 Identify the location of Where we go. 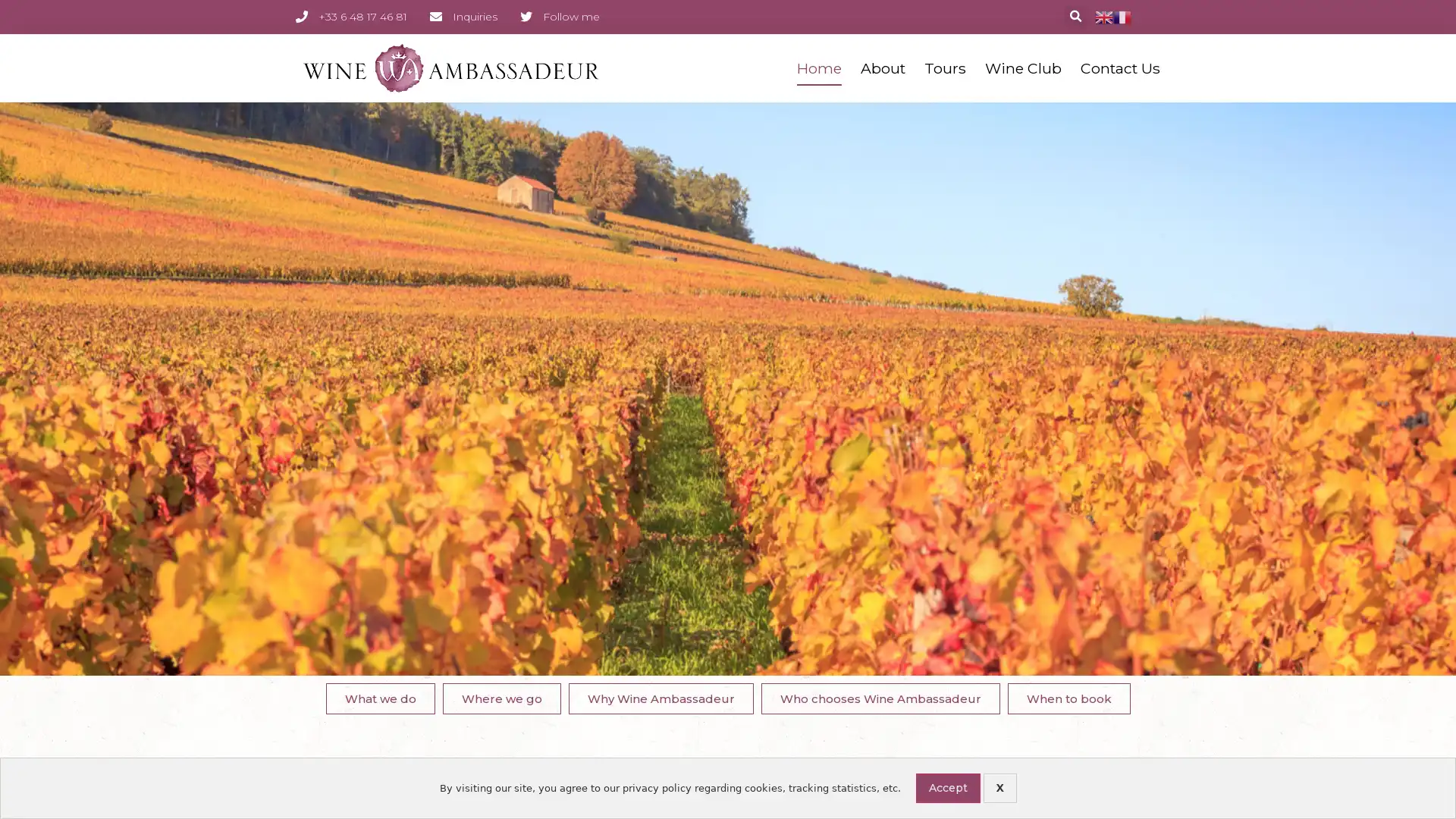
(501, 698).